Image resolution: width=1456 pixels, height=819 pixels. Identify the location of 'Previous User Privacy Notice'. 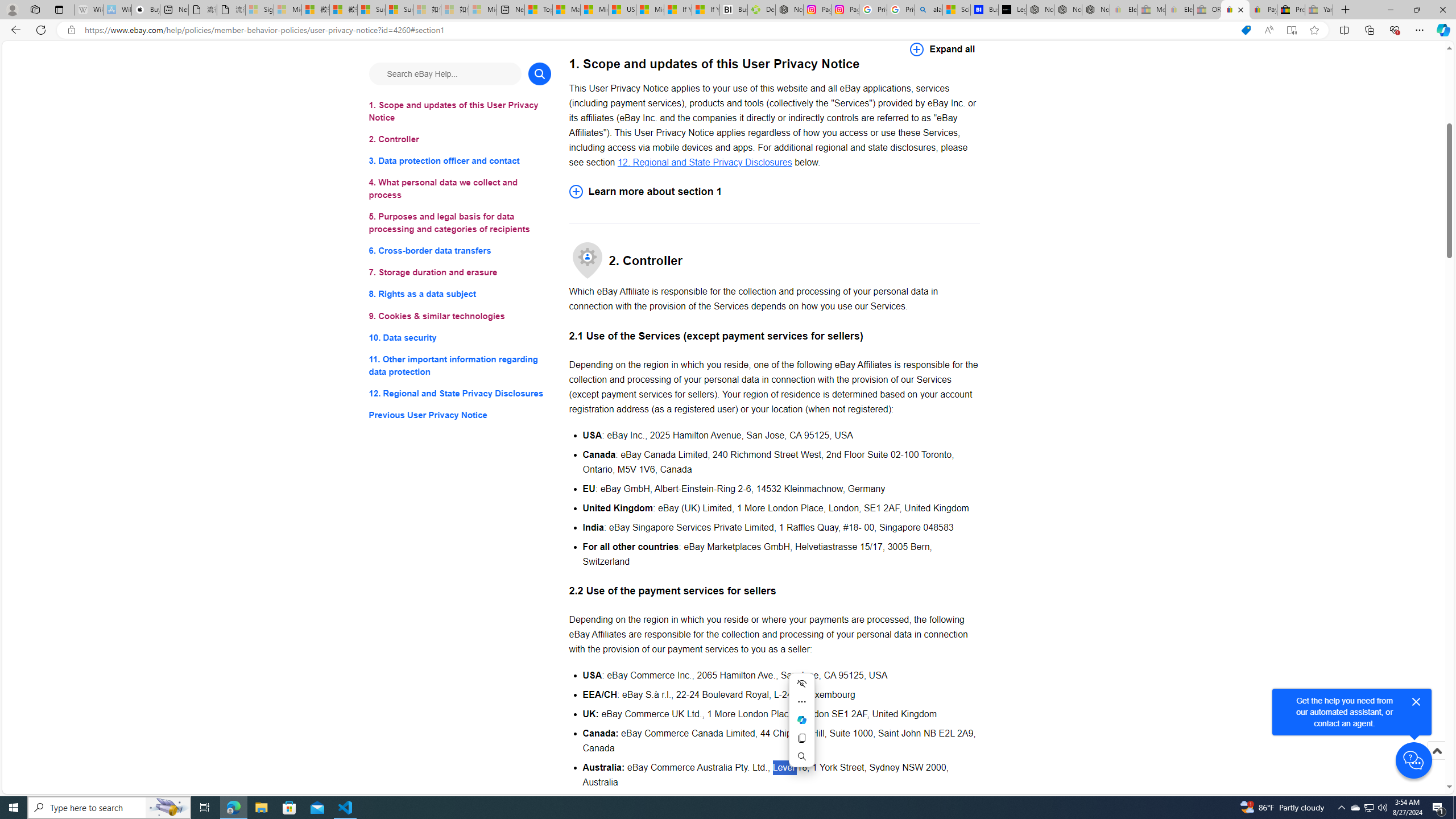
(459, 415).